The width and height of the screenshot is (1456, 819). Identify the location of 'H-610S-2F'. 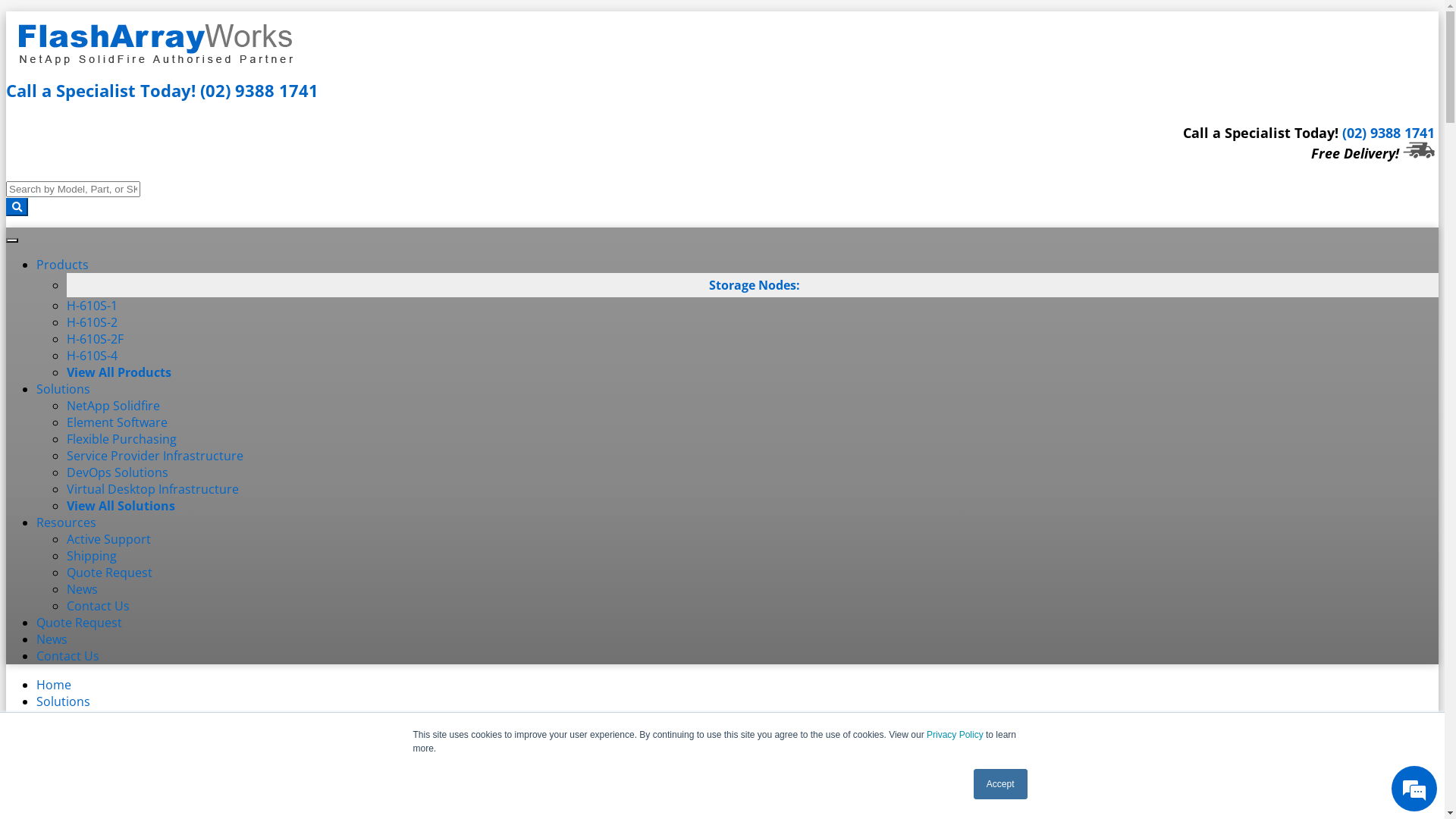
(94, 338).